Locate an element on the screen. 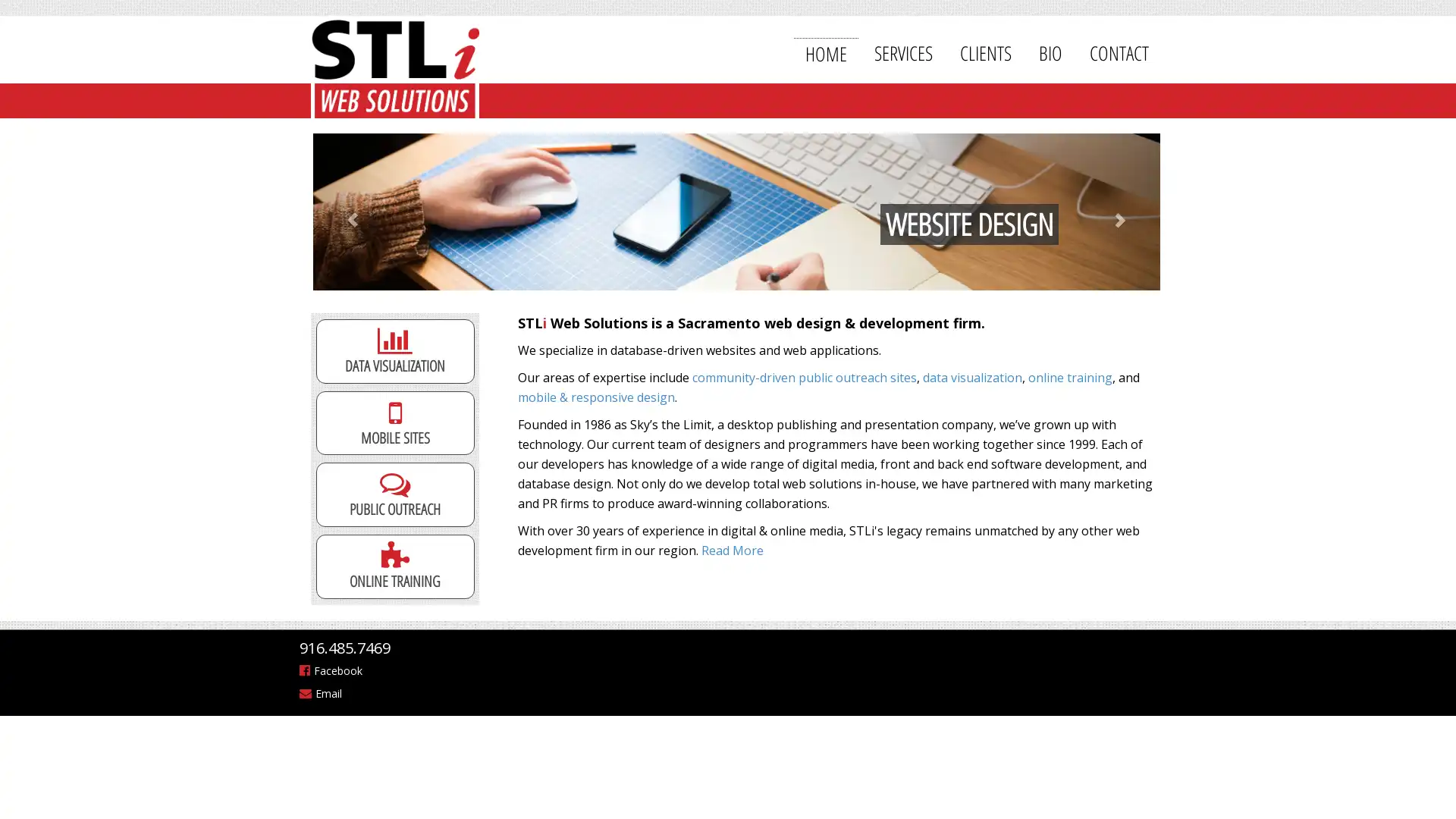 Image resolution: width=1456 pixels, height=819 pixels. Next is located at coordinates (1105, 212).